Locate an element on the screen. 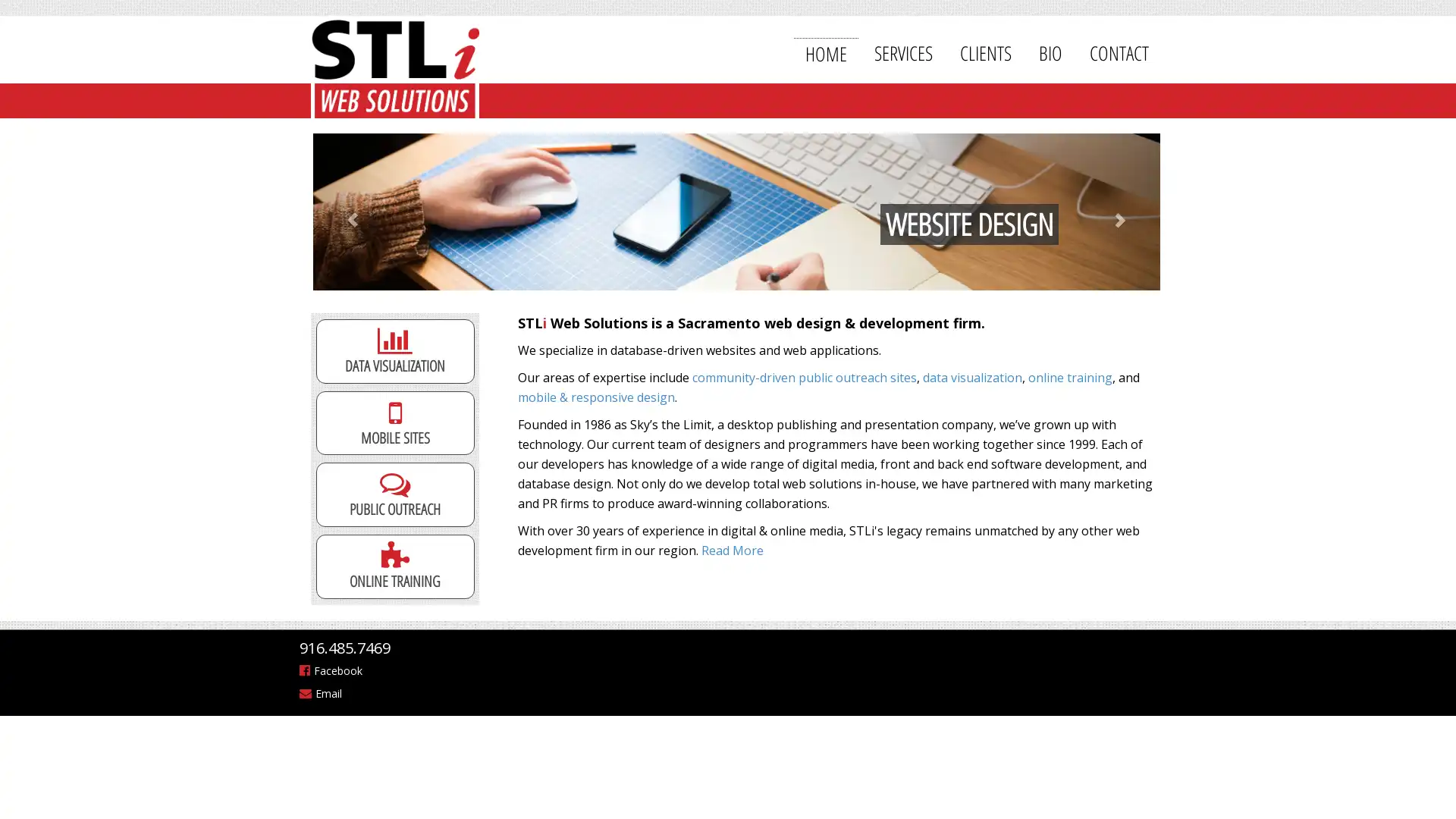 Image resolution: width=1456 pixels, height=819 pixels. Next is located at coordinates (1105, 212).